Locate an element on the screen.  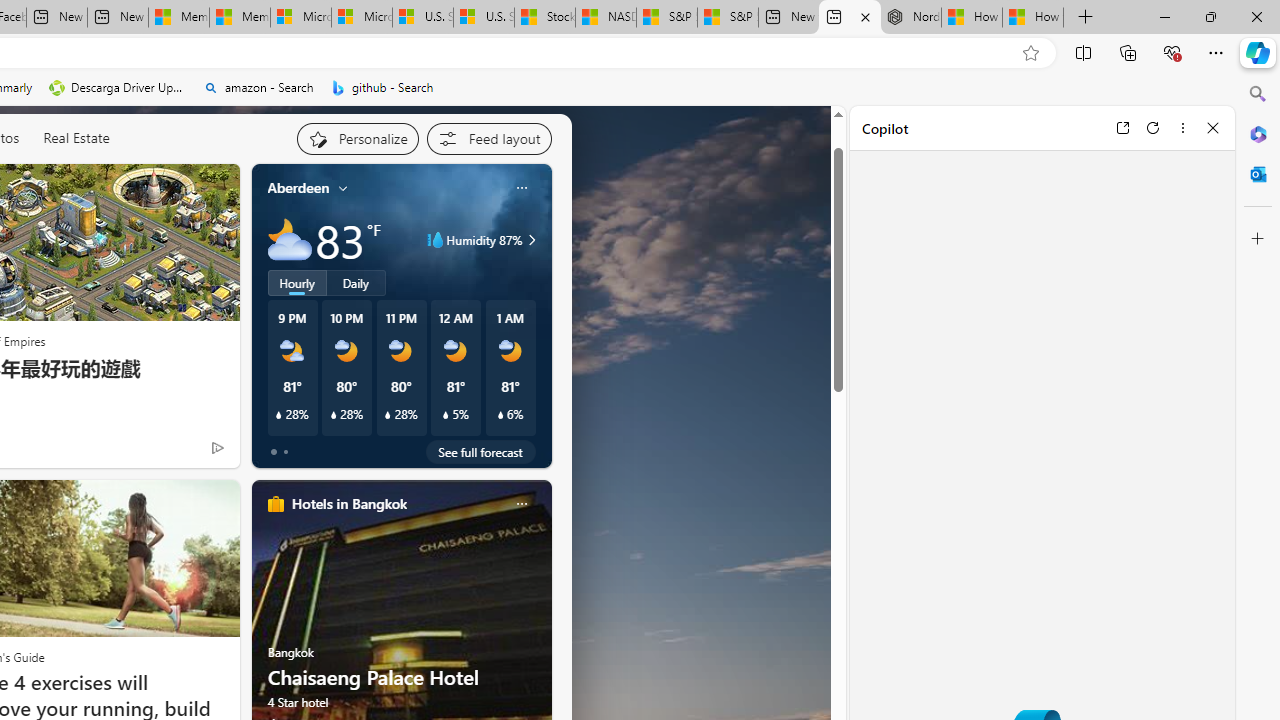
'Copilot (Ctrl+Shift+.)' is located at coordinates (1257, 51).